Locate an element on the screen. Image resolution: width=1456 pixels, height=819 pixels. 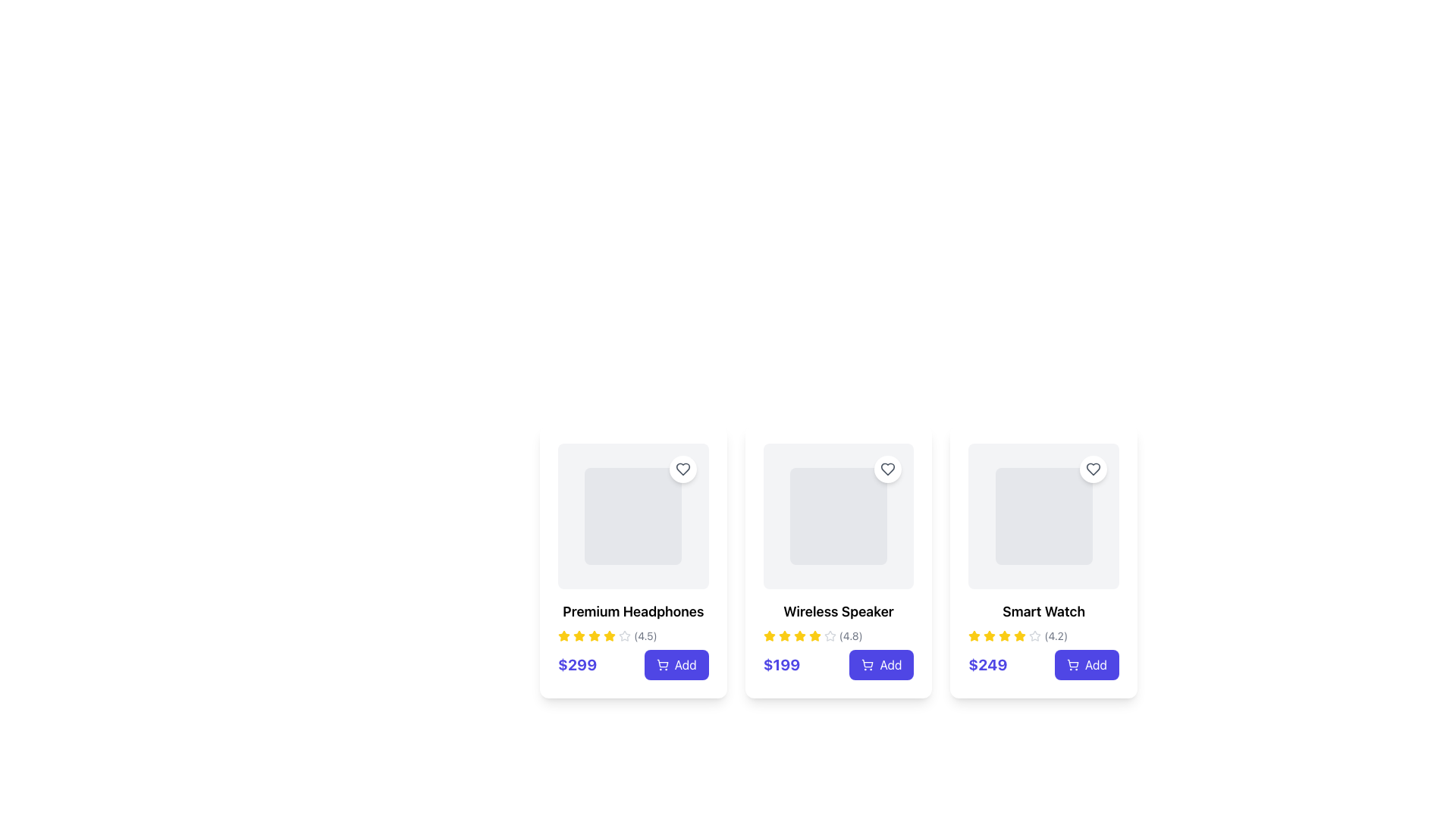
the shopping cart icon which is part of an SVG element located at the bottom part of a card, positioned beside a blue button labeled 'Add' is located at coordinates (868, 663).